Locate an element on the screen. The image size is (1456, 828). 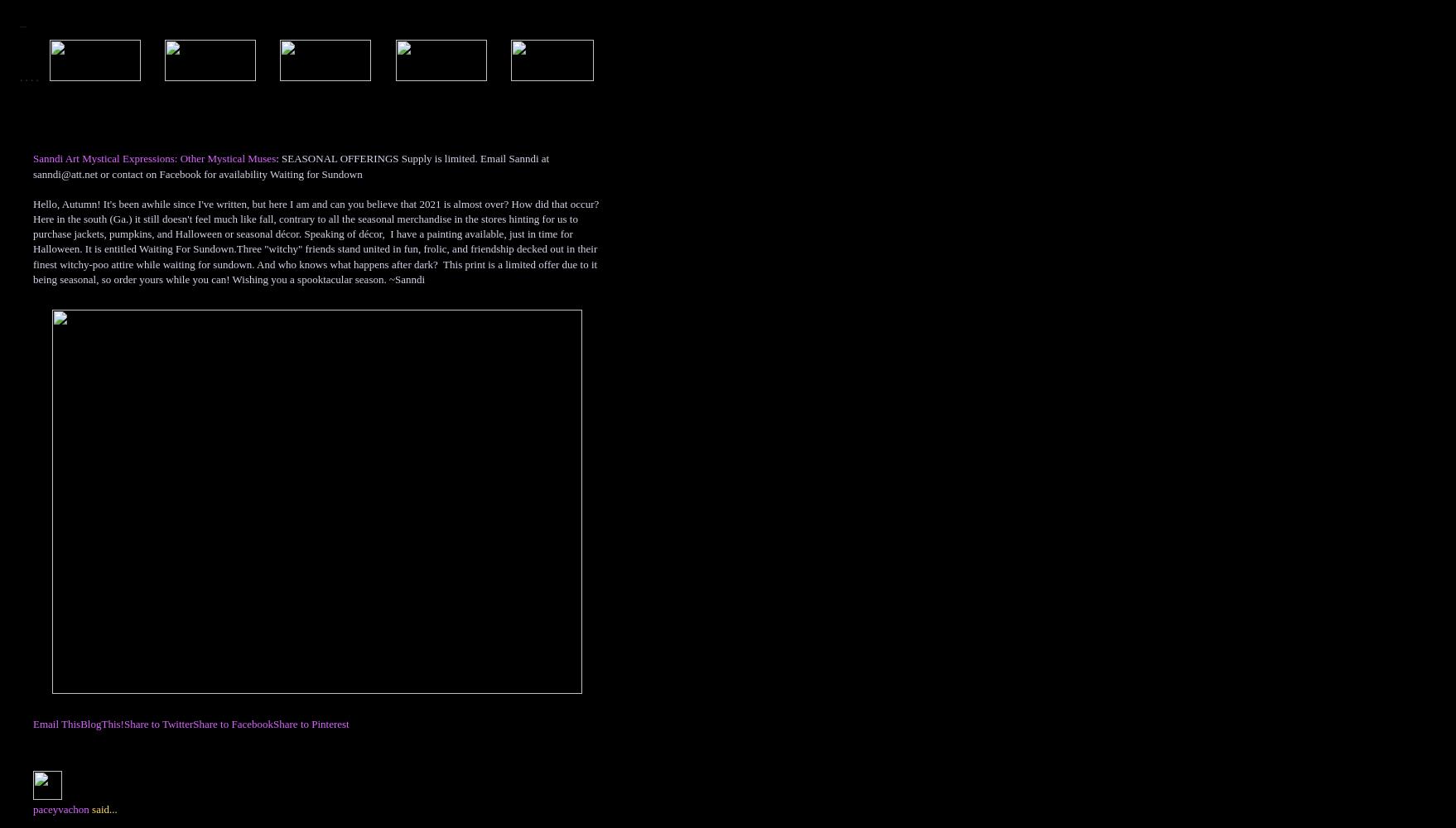
'Hello, Autumn! It's been awhile since I've written, but here I am and can you believe that 2021 is almost over? How did that occur? Here in the south (Ga.) it still doesn't feel much like fall, contrary to all the seasonal merchandise in the stores hinting for us to purchase jackets, pumpkins, and Halloween or seasonal décor. Speaking of décor,  I have a painting available, just in time for Halloween. It is entitled Waiting For Sundown.Three "witchy" friends stand united in fun, frolic, and friendship decked out in their finest witchy-poo attire while waiting for sundown. And who knows what happens after dark?  This print is a limited offer due to it being seasonal, so order yours while you can! Wishing you a spooktacular season. ~Sanndi' is located at coordinates (316, 241).